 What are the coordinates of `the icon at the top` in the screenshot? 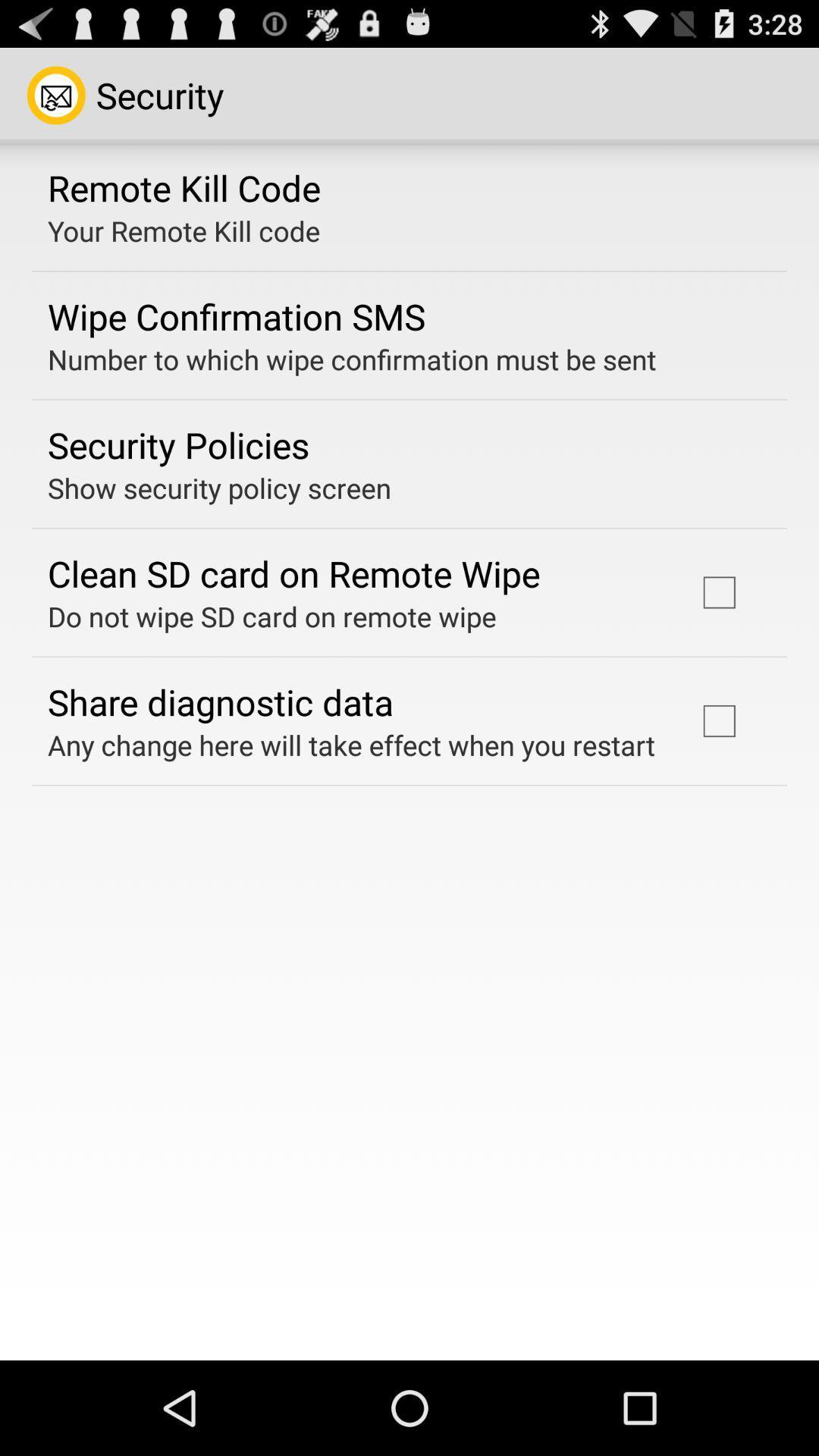 It's located at (352, 359).